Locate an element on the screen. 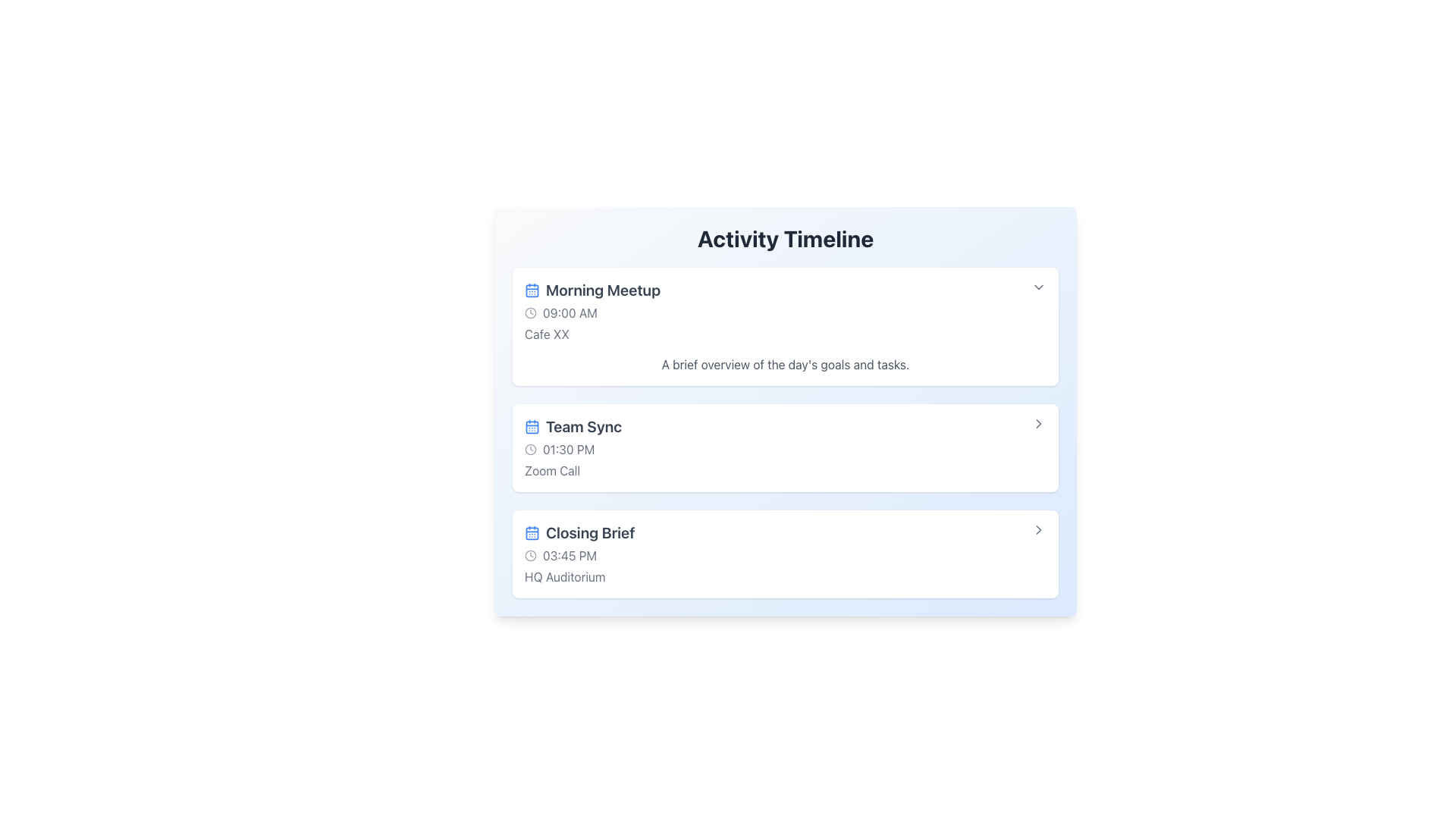 The height and width of the screenshot is (819, 1456). the chevron icon located on the right edge of the 'Closing Brief' event box in the third item of the vertical list under the 'Activity Timeline' header is located at coordinates (1037, 529).